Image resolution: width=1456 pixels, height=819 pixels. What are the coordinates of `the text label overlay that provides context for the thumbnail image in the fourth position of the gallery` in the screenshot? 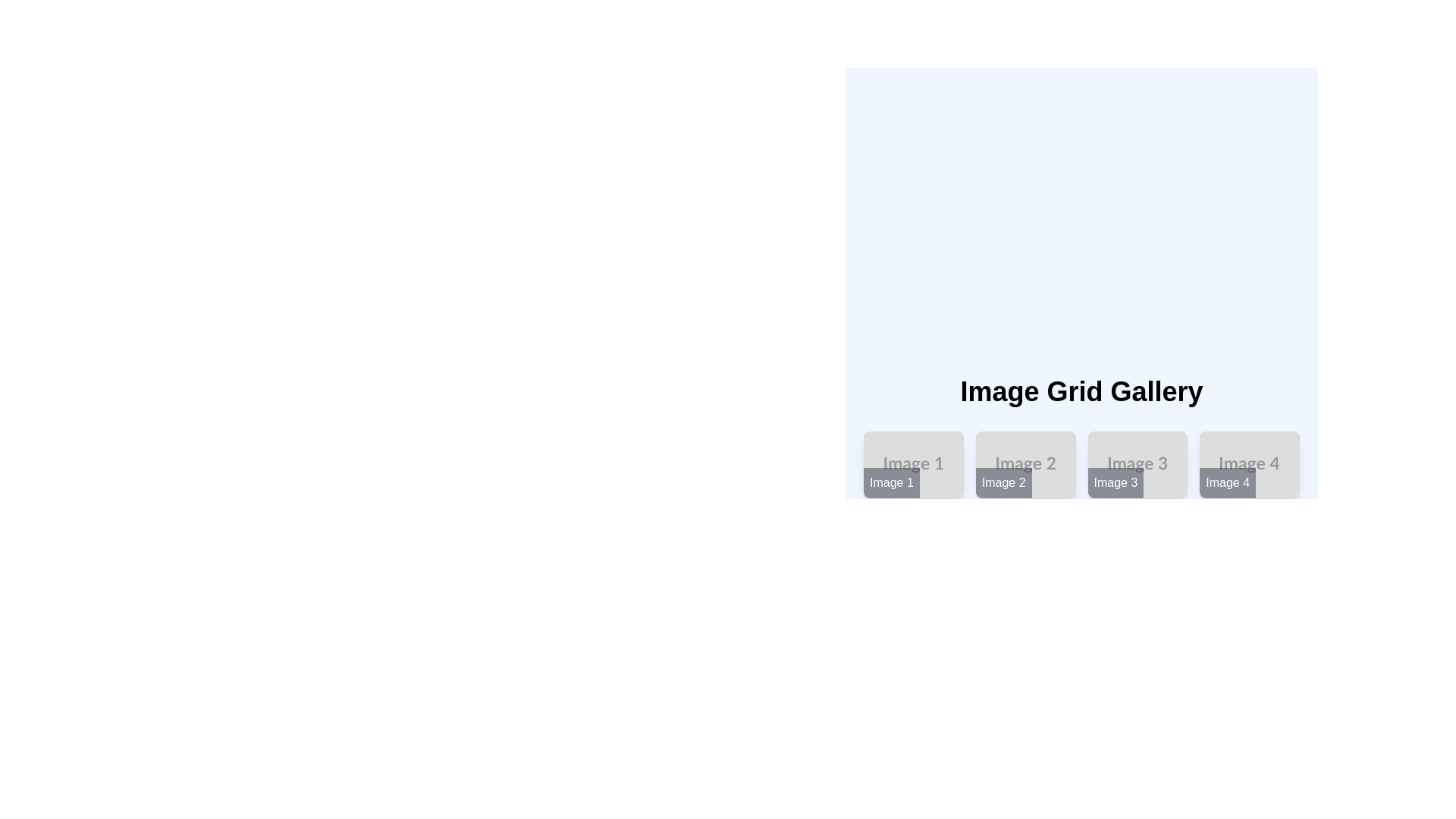 It's located at (1228, 482).